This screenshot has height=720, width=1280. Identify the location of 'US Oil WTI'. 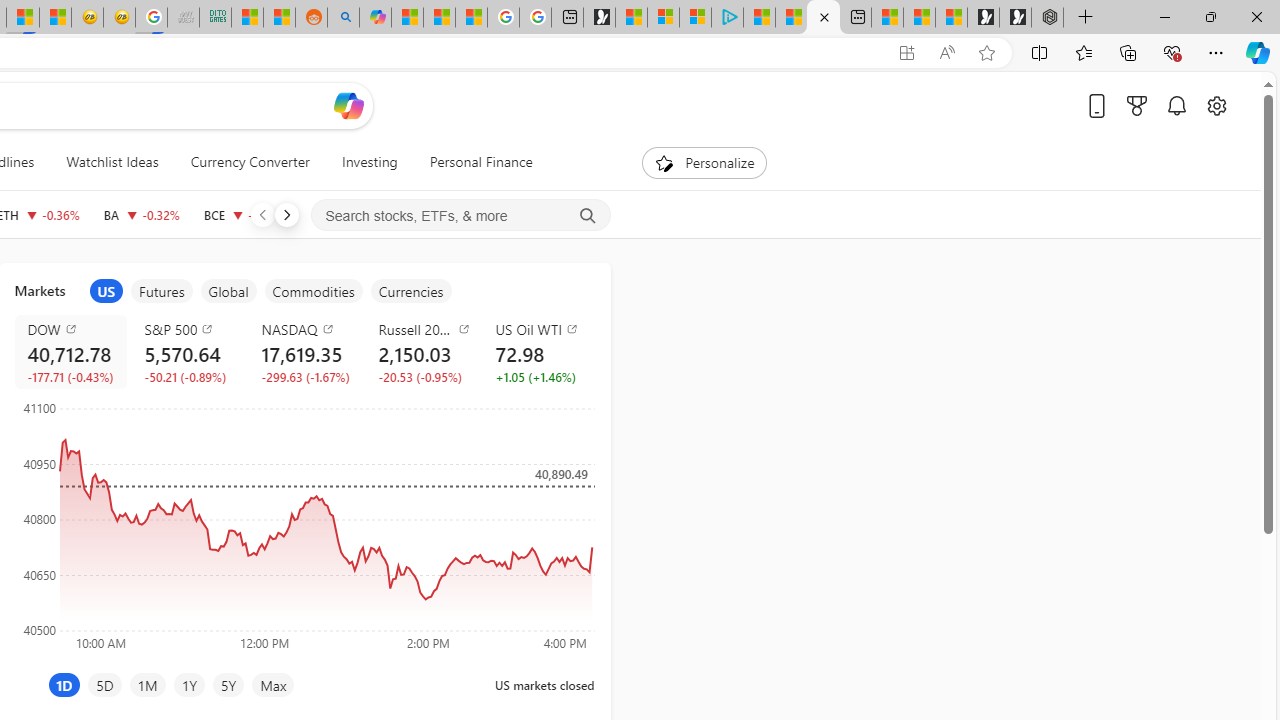
(542, 328).